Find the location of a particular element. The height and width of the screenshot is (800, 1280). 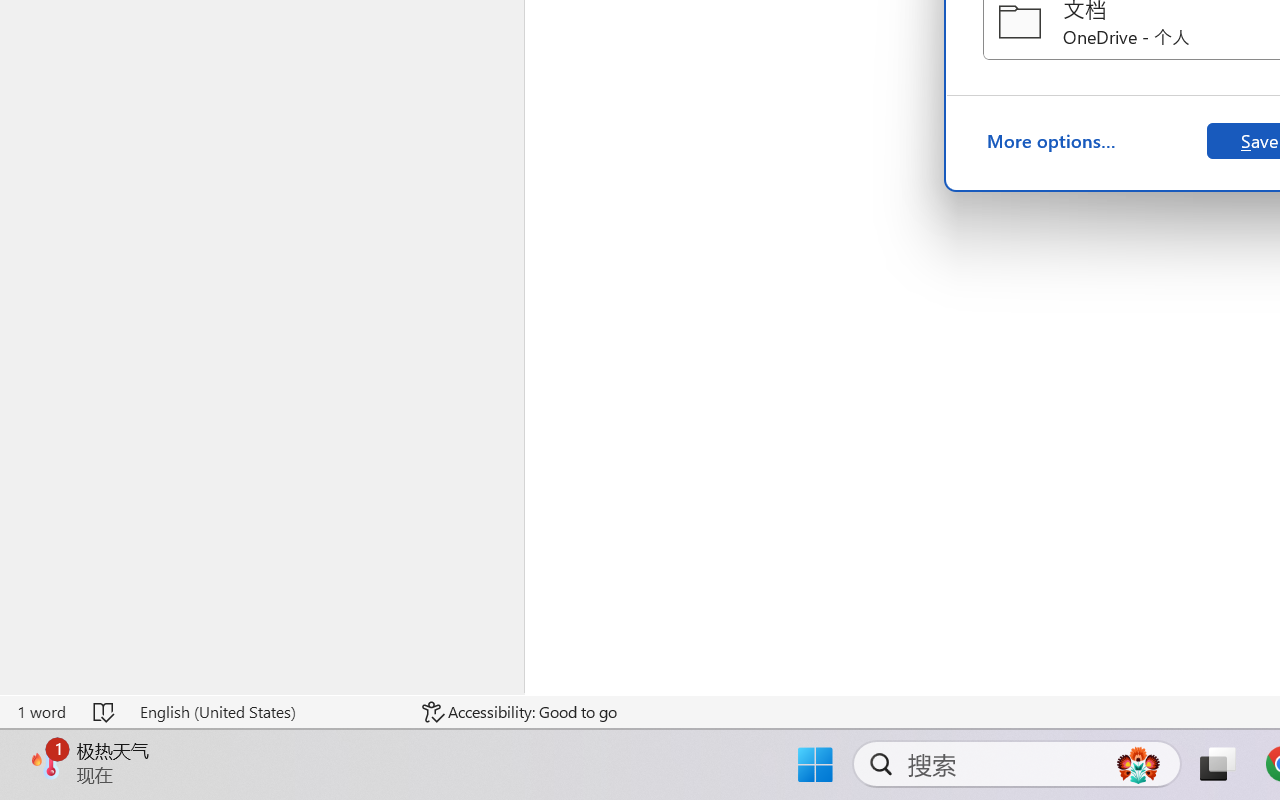

'Accessibility Checker Accessibility: Good to go' is located at coordinates (519, 711).